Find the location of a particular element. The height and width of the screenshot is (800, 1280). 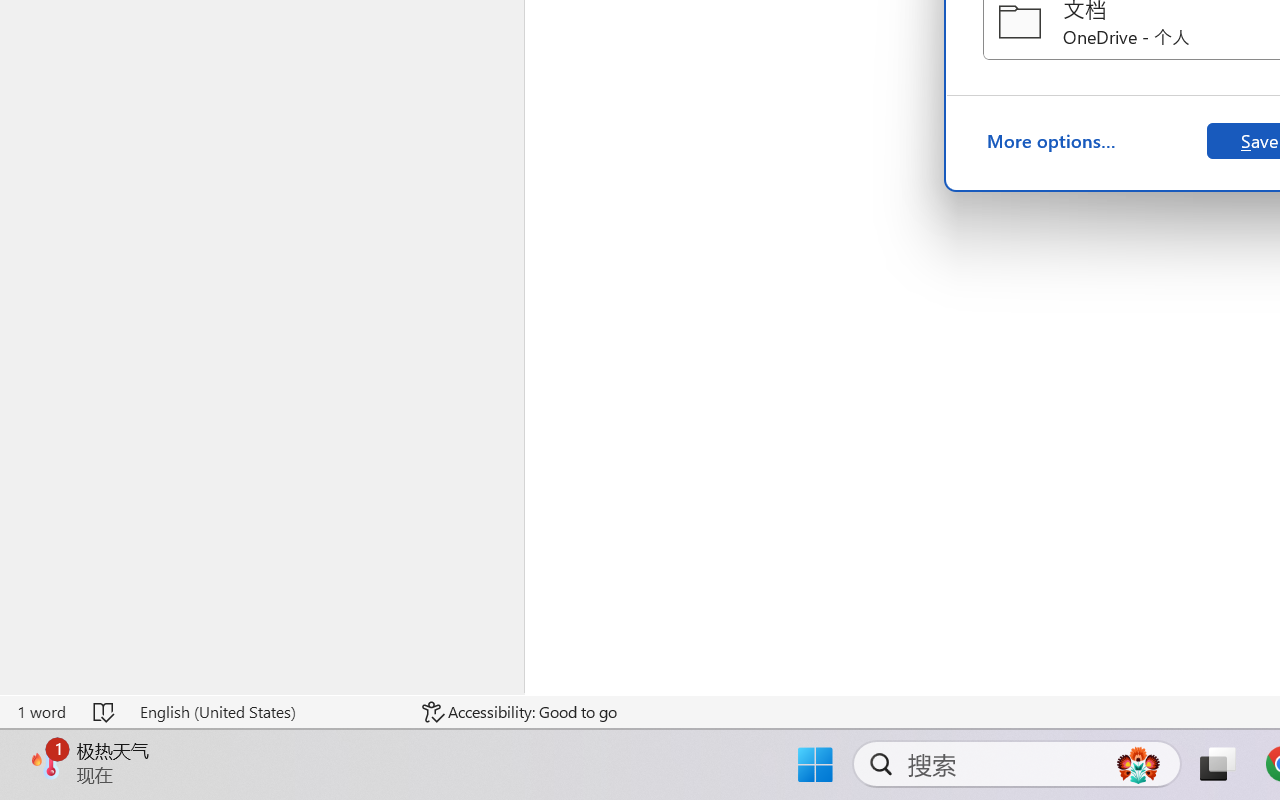

'Accessibility Checker Accessibility: Good to go' is located at coordinates (519, 711).